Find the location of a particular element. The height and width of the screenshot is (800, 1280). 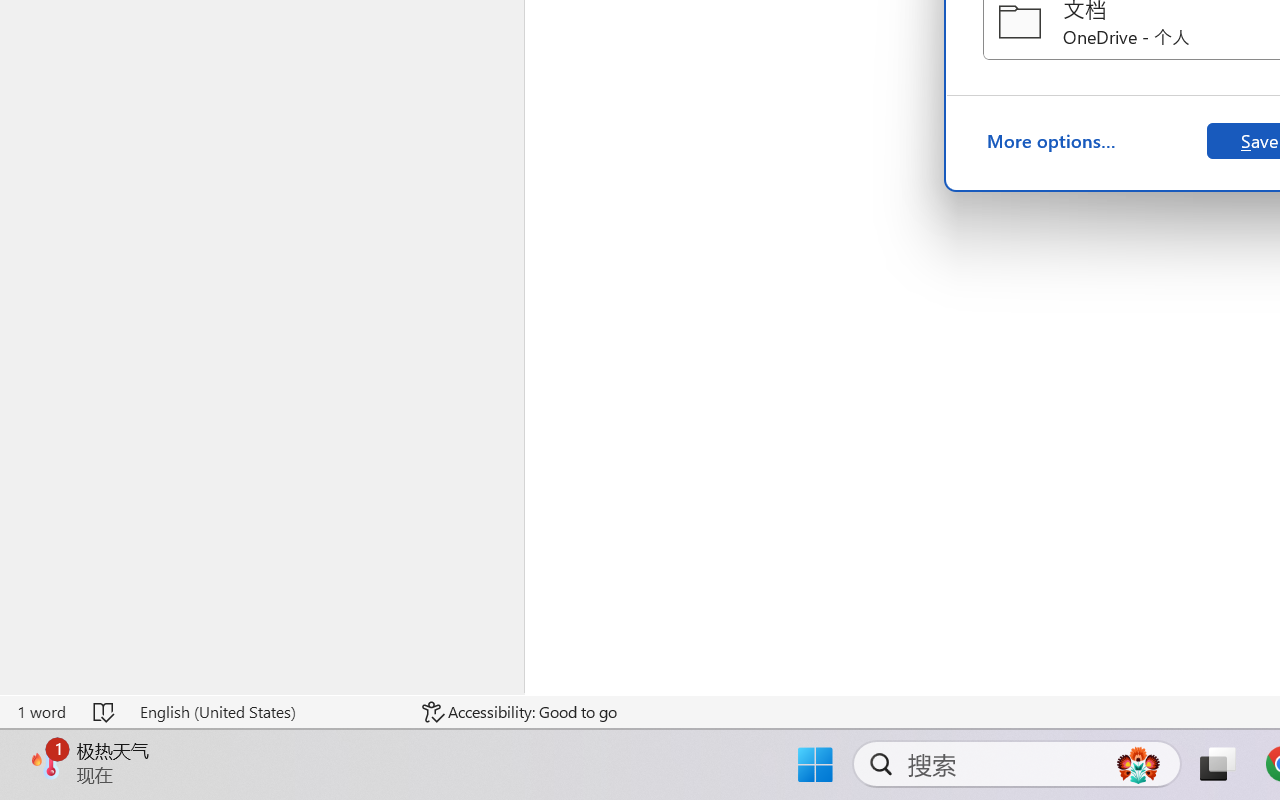

'Accessibility Checker Accessibility: Good to go' is located at coordinates (519, 711).